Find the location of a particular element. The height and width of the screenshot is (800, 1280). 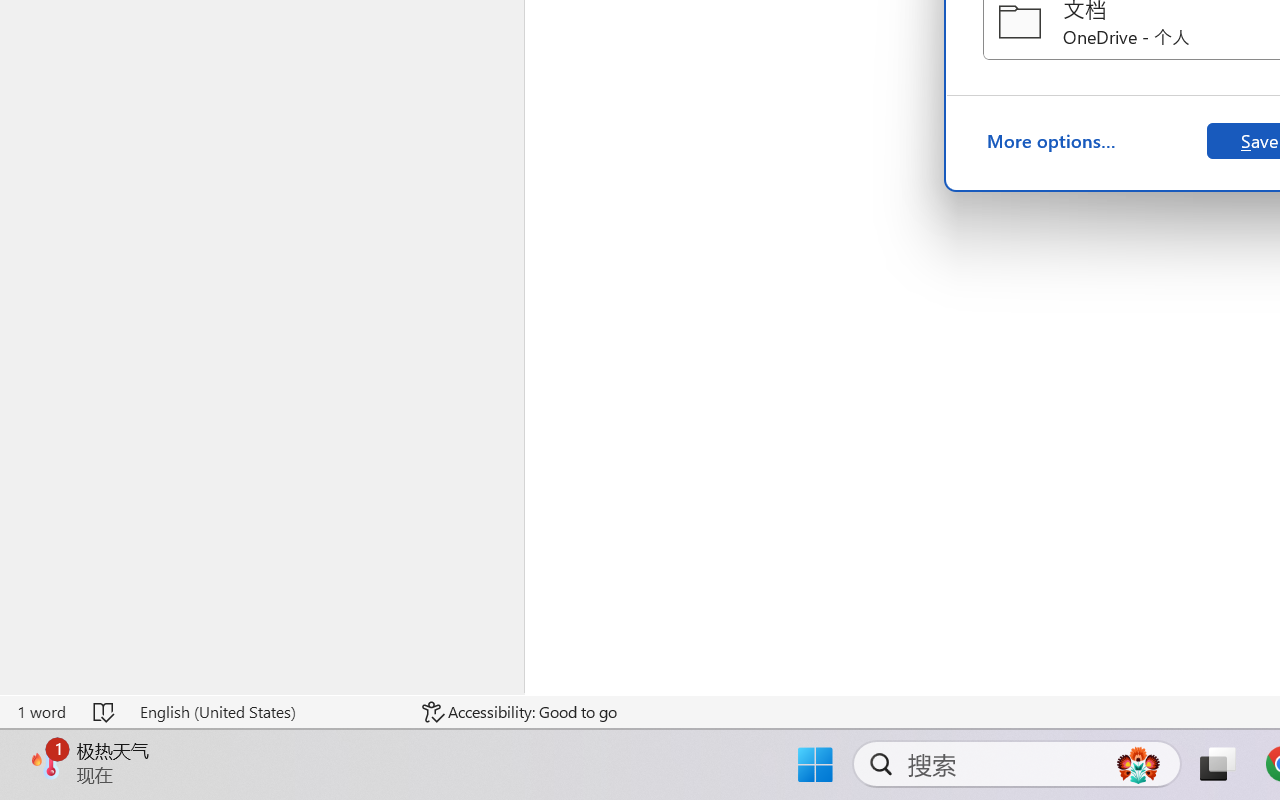

'Accessibility Checker Accessibility: Good to go' is located at coordinates (519, 711).